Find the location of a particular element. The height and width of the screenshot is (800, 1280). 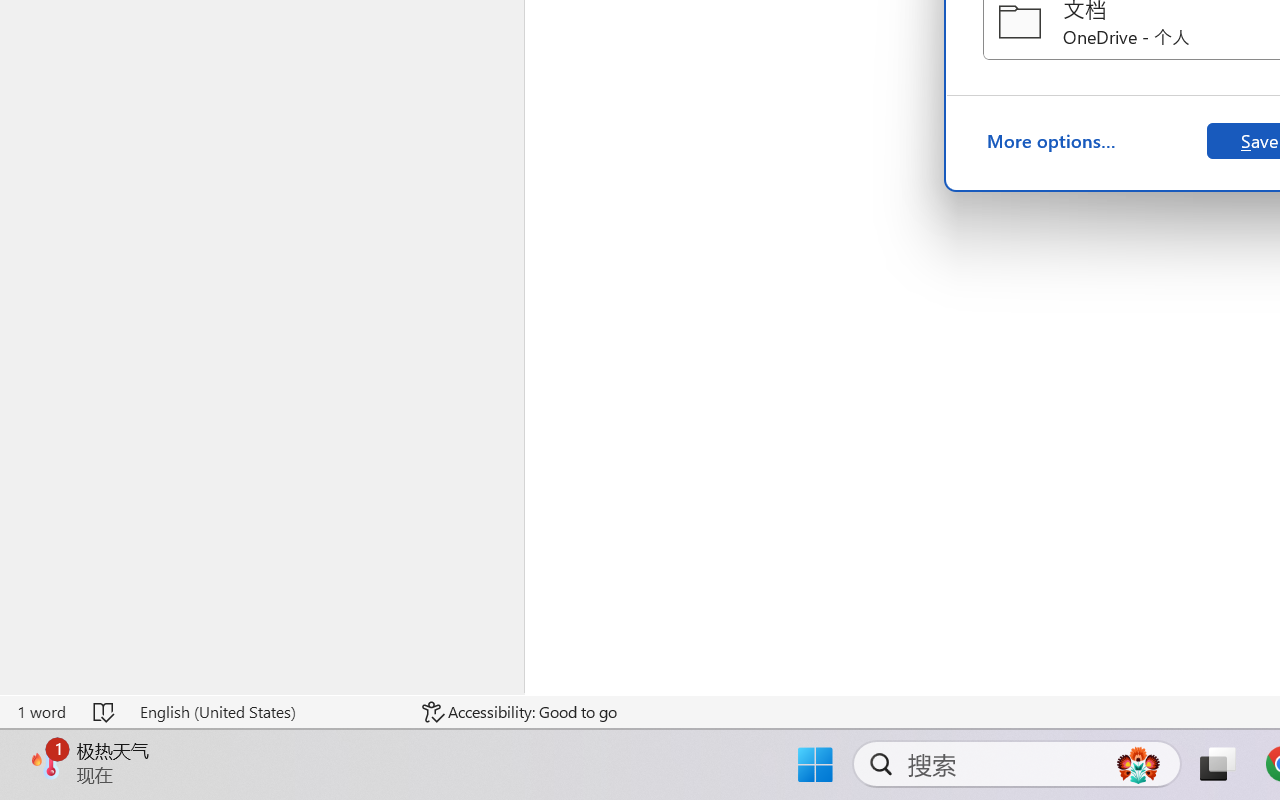

'Accessibility Checker Accessibility: Good to go' is located at coordinates (519, 711).